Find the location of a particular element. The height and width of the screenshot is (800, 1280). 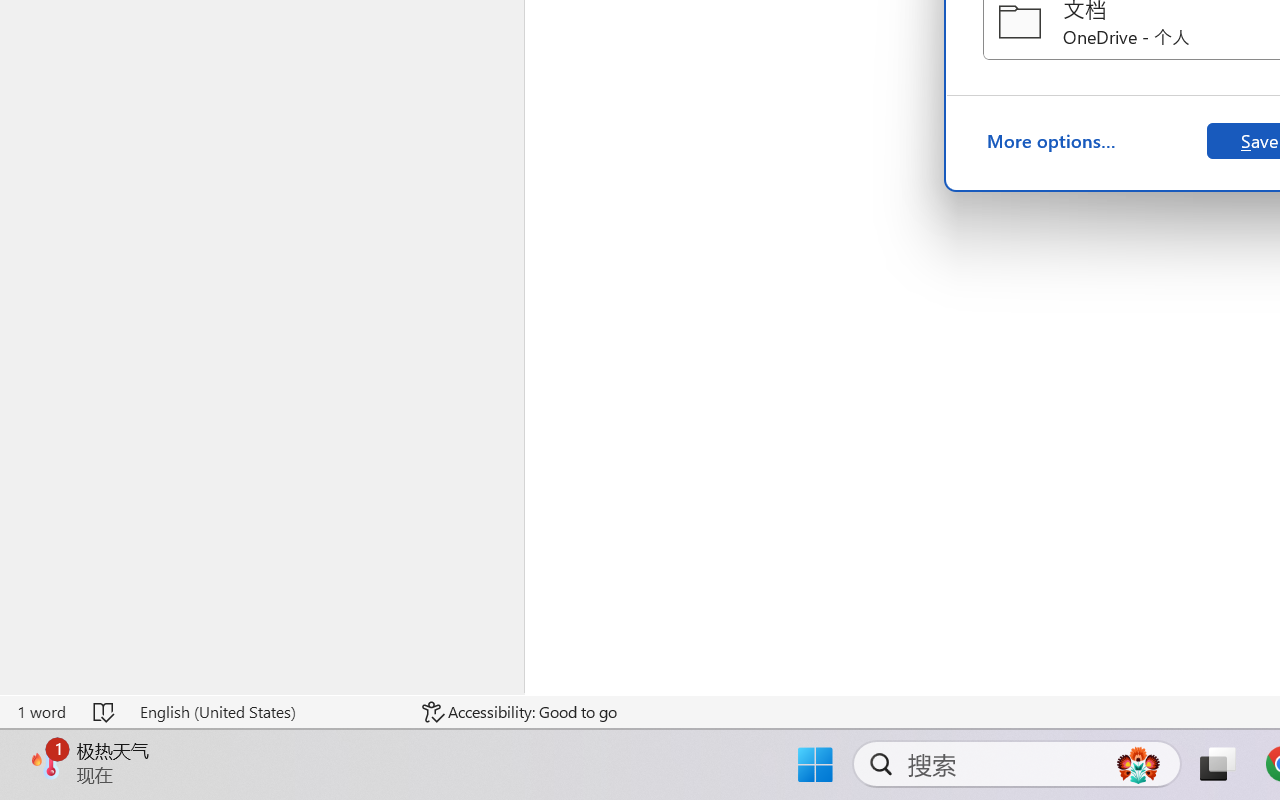

'Accessibility Checker Accessibility: Good to go' is located at coordinates (519, 711).